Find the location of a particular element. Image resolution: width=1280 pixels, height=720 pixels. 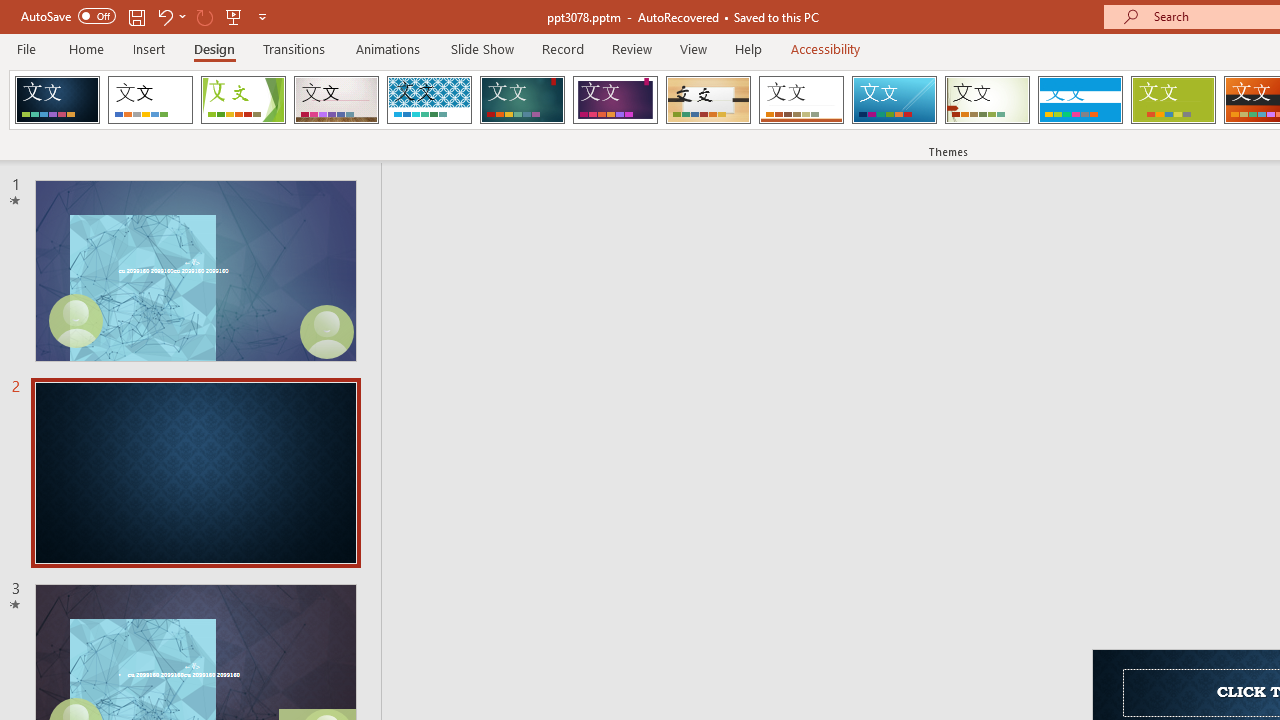

'Banded' is located at coordinates (1079, 100).